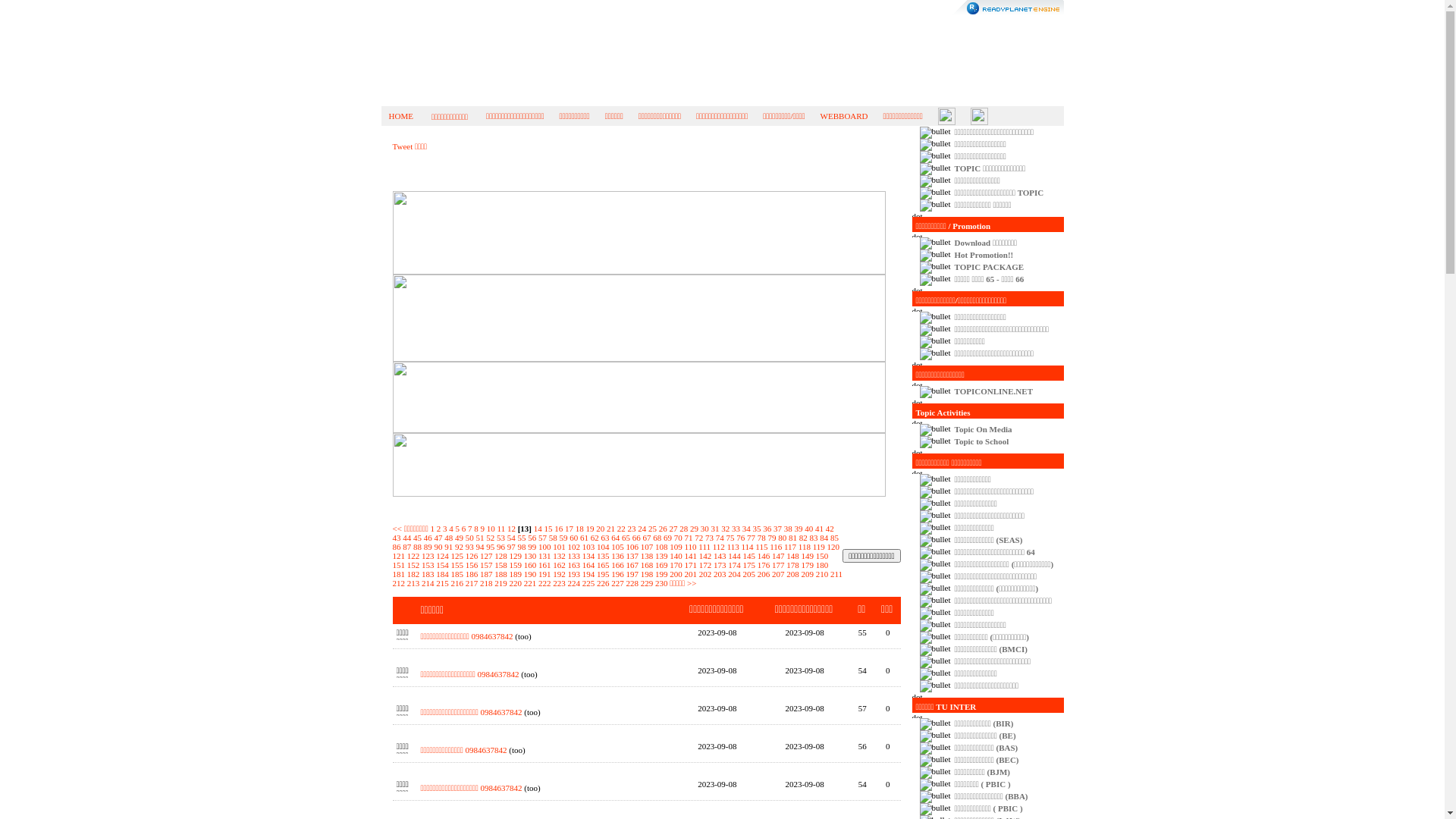 This screenshot has height=819, width=1456. Describe the element at coordinates (657, 537) in the screenshot. I see `'68'` at that location.